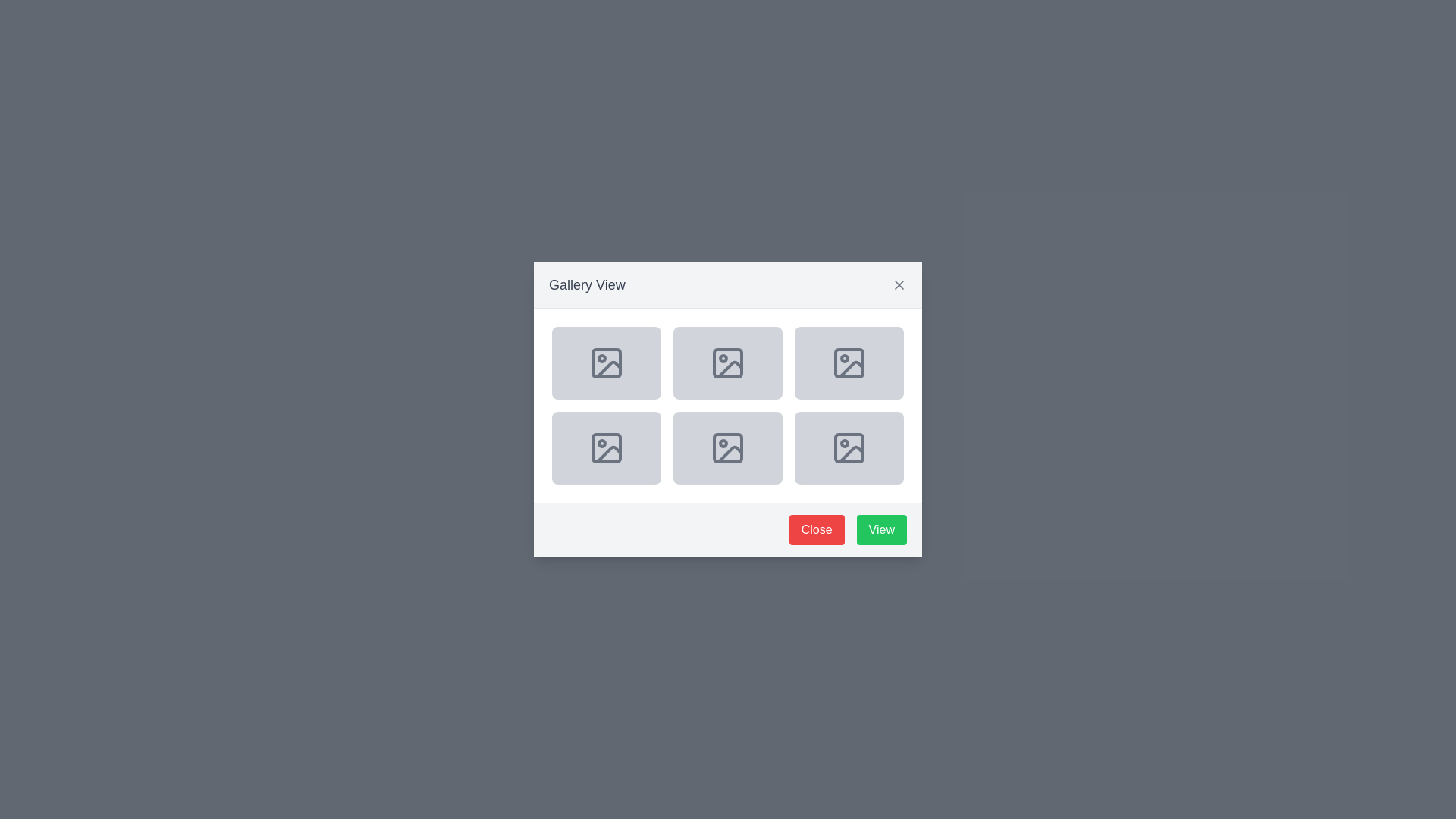  What do you see at coordinates (586, 284) in the screenshot?
I see `the text label located on the left side of the top header section of the modal, which serves as a title for the modal interface` at bounding box center [586, 284].